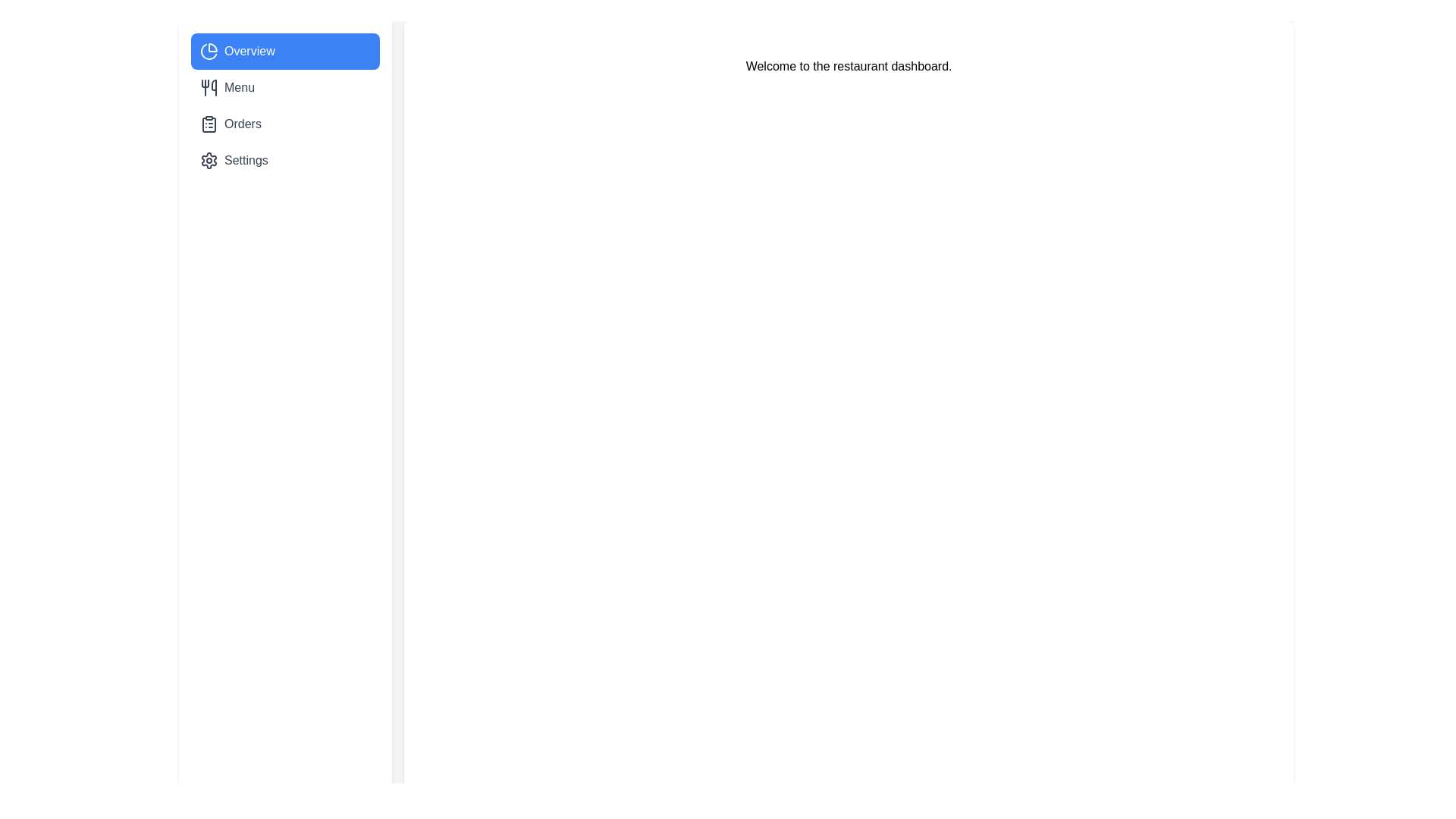 This screenshot has height=819, width=1456. What do you see at coordinates (208, 51) in the screenshot?
I see `the 'Overview' icon` at bounding box center [208, 51].